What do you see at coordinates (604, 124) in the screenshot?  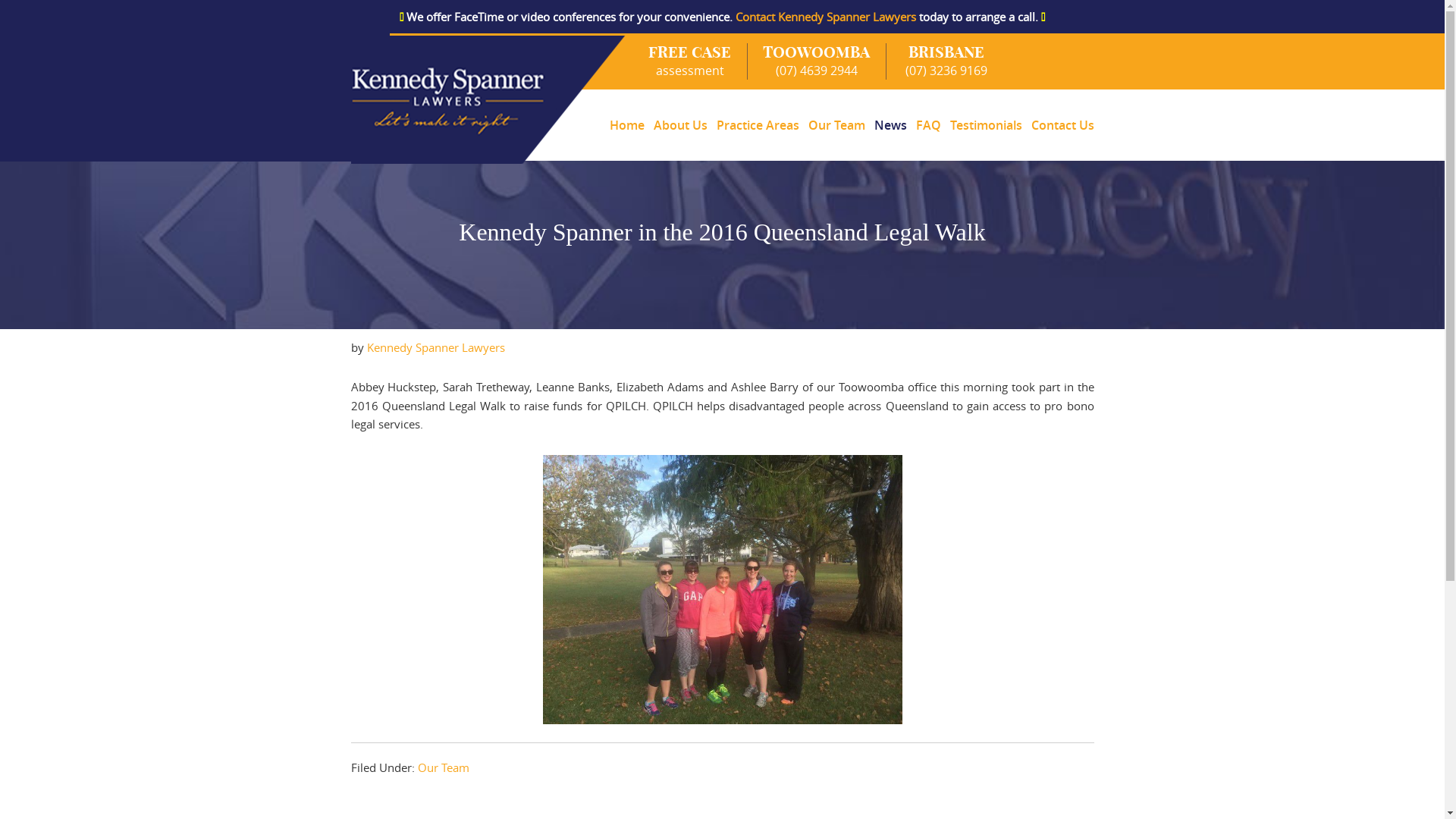 I see `'Home'` at bounding box center [604, 124].